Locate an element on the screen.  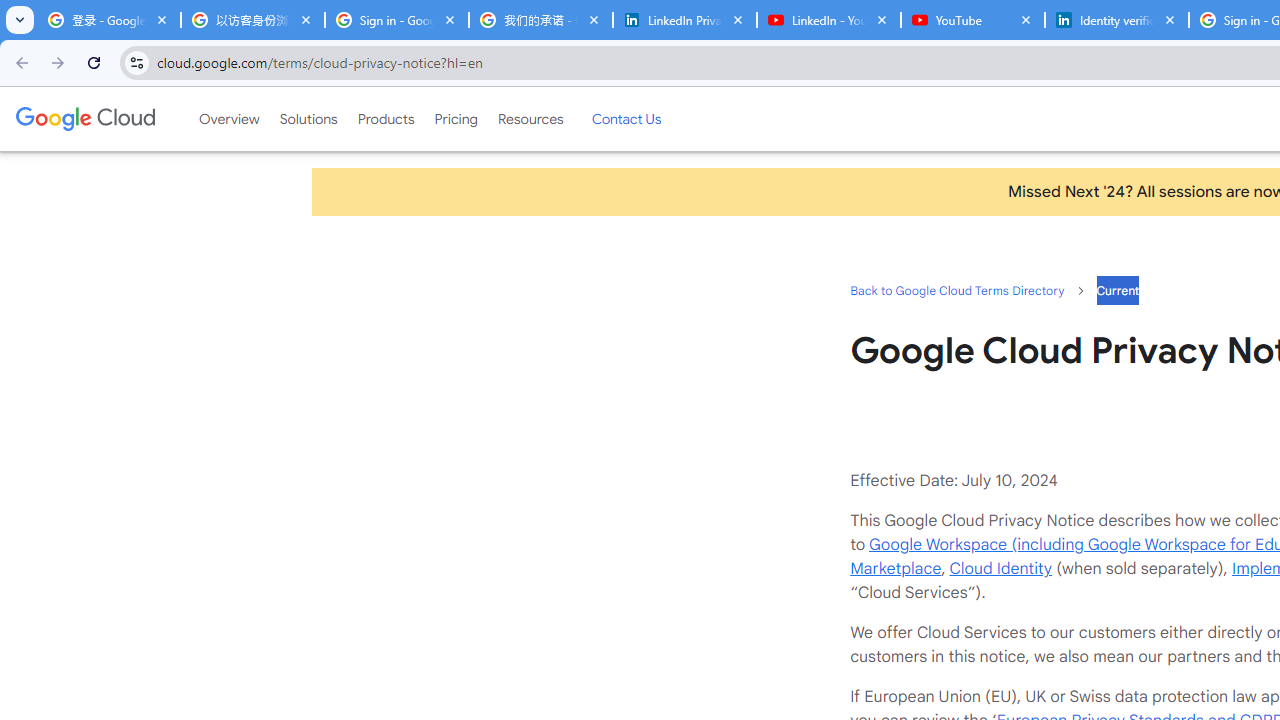
'Resources' is located at coordinates (530, 119).